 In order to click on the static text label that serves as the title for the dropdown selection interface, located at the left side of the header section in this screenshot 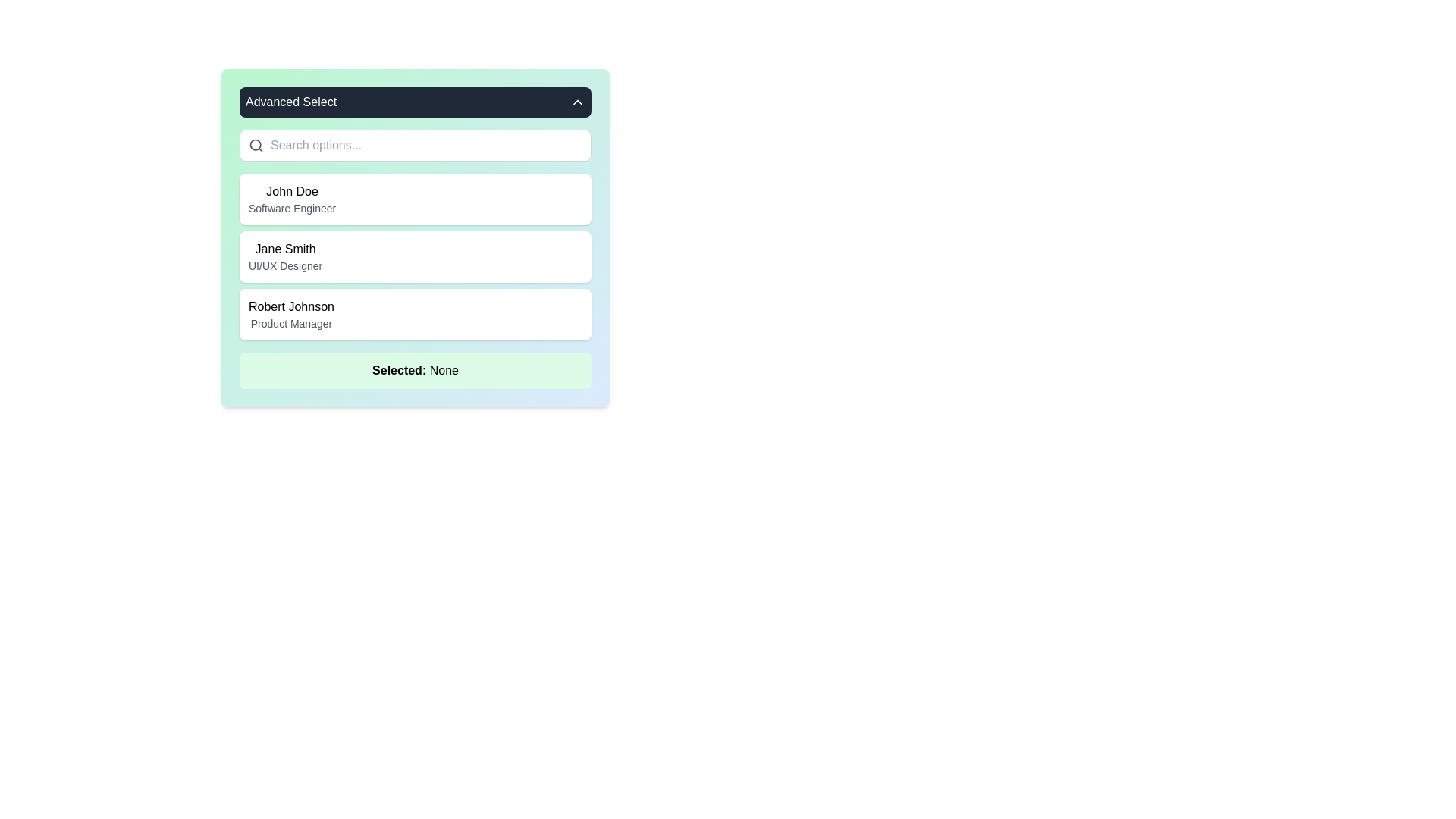, I will do `click(291, 102)`.